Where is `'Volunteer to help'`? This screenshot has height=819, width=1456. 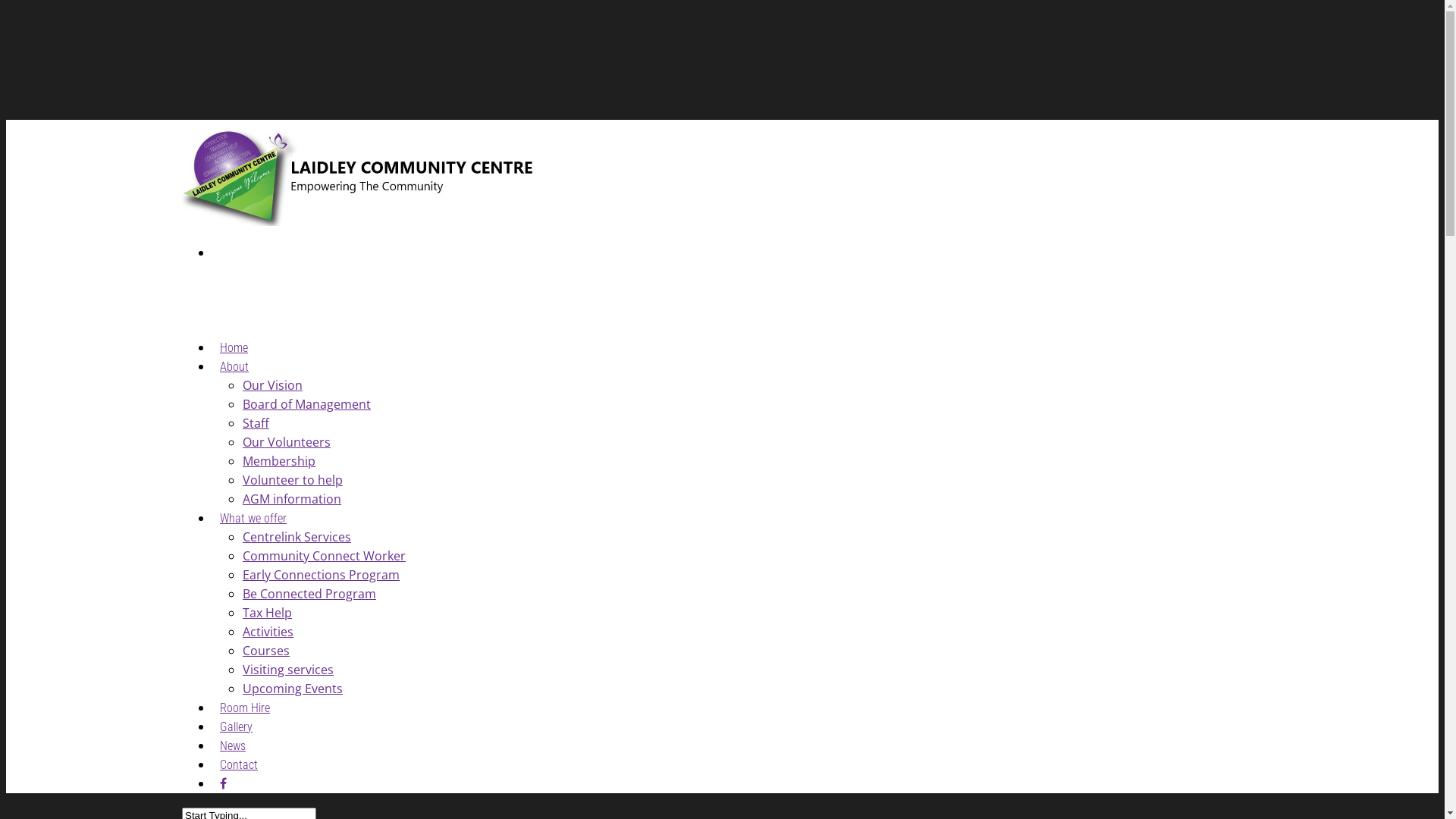
'Volunteer to help' is located at coordinates (243, 479).